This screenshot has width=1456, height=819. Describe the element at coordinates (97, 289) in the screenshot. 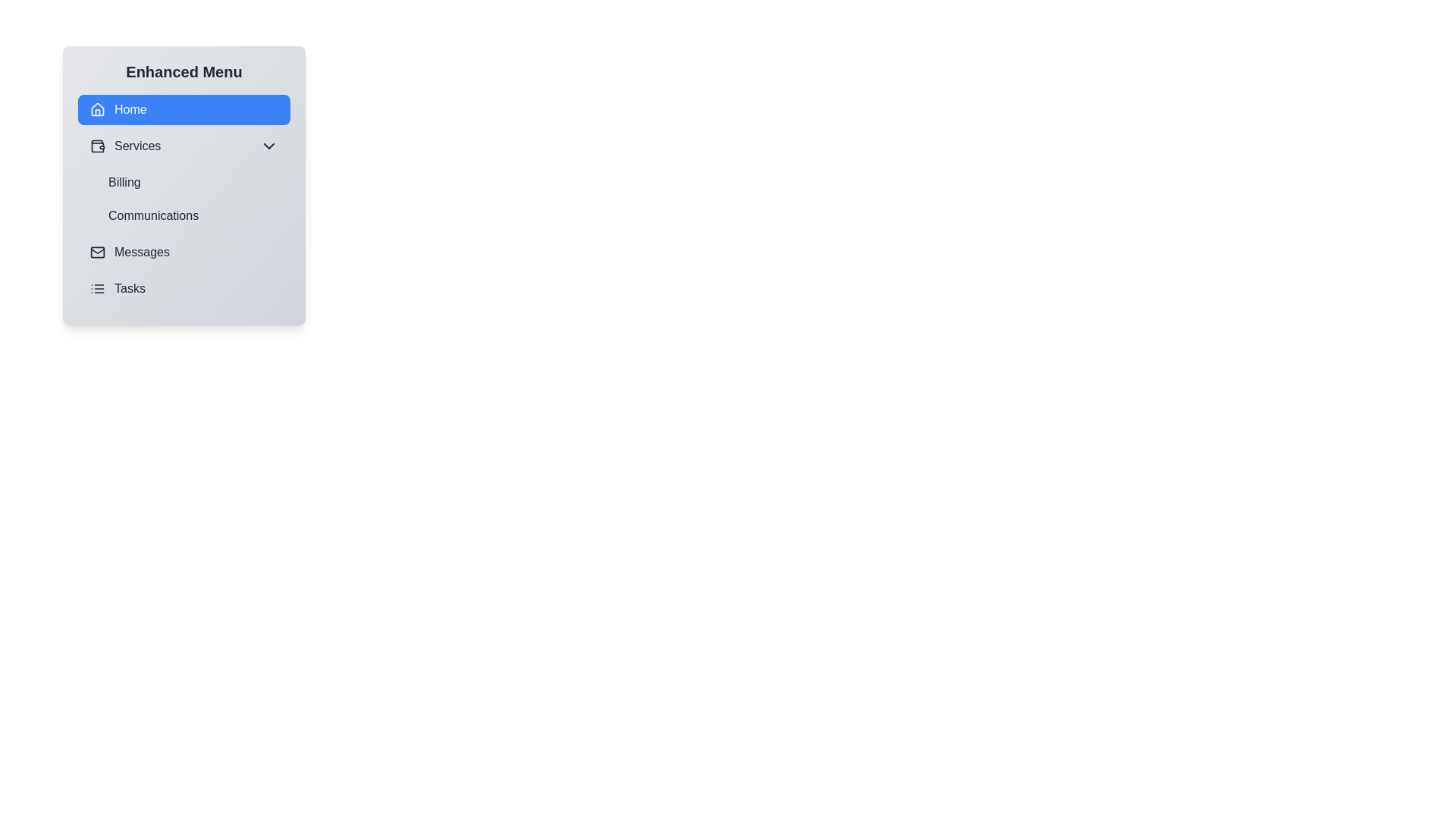

I see `the bulleted list icon located to the left of the text 'Tasks' in the lower part of the sidebar menu` at that location.